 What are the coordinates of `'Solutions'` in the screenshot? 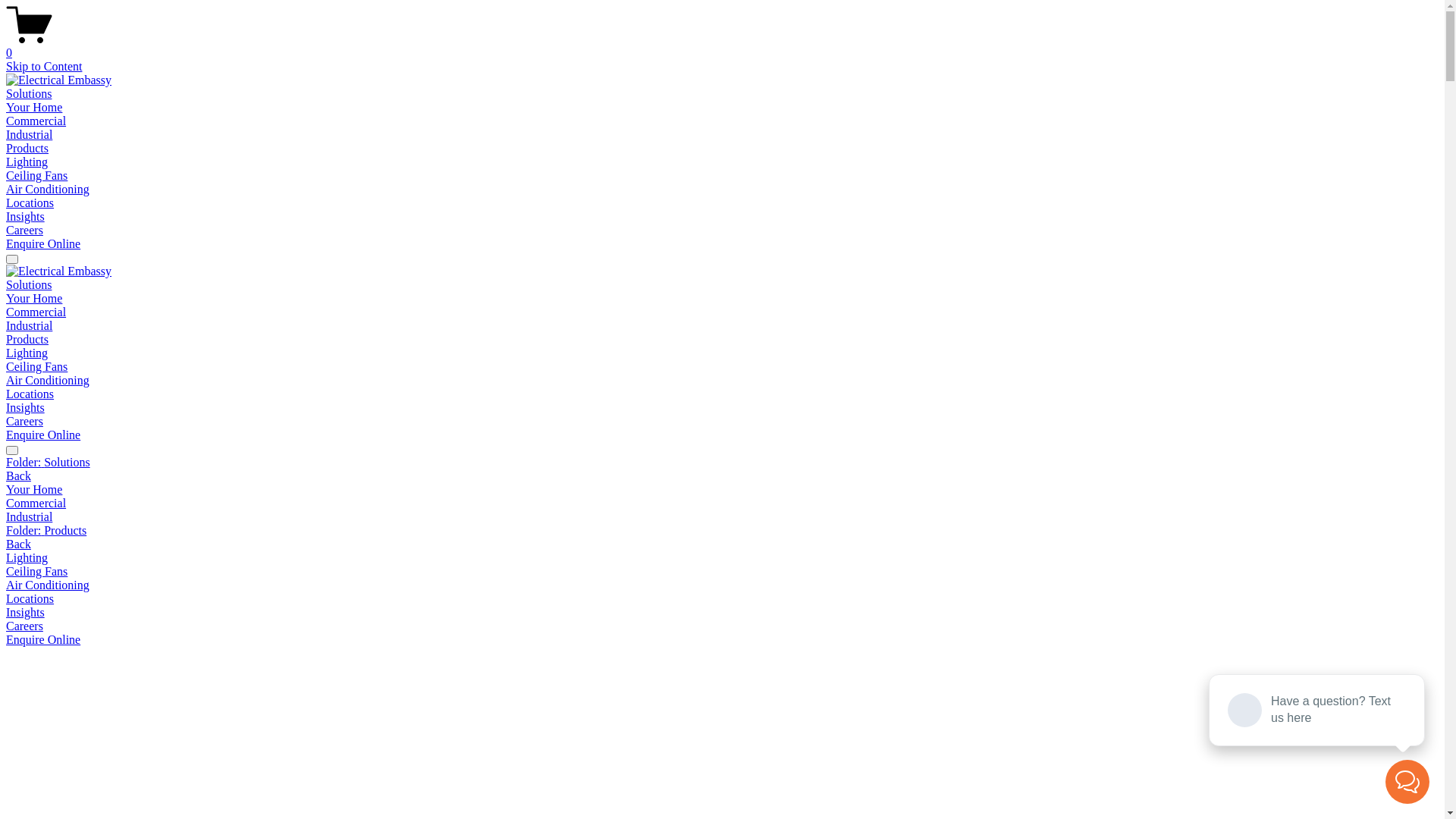 It's located at (29, 284).